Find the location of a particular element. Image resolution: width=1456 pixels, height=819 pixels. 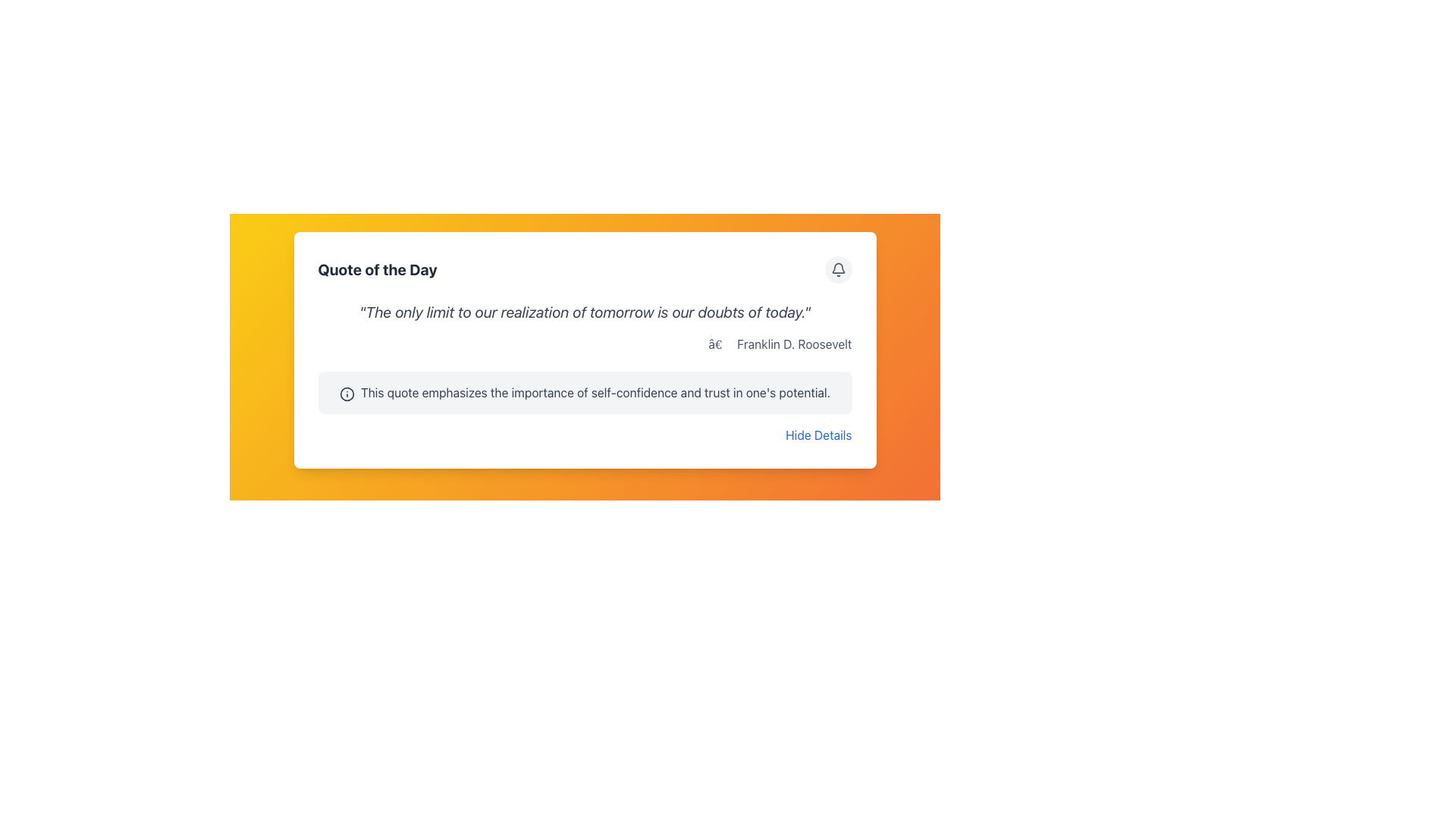

the Informational Text Block that contains a gray background panel with rounded corners, featuring an 'i' icon and the text: 'This quote emphasizes the importance of self-confidence and trust in one's potential.' is located at coordinates (584, 391).